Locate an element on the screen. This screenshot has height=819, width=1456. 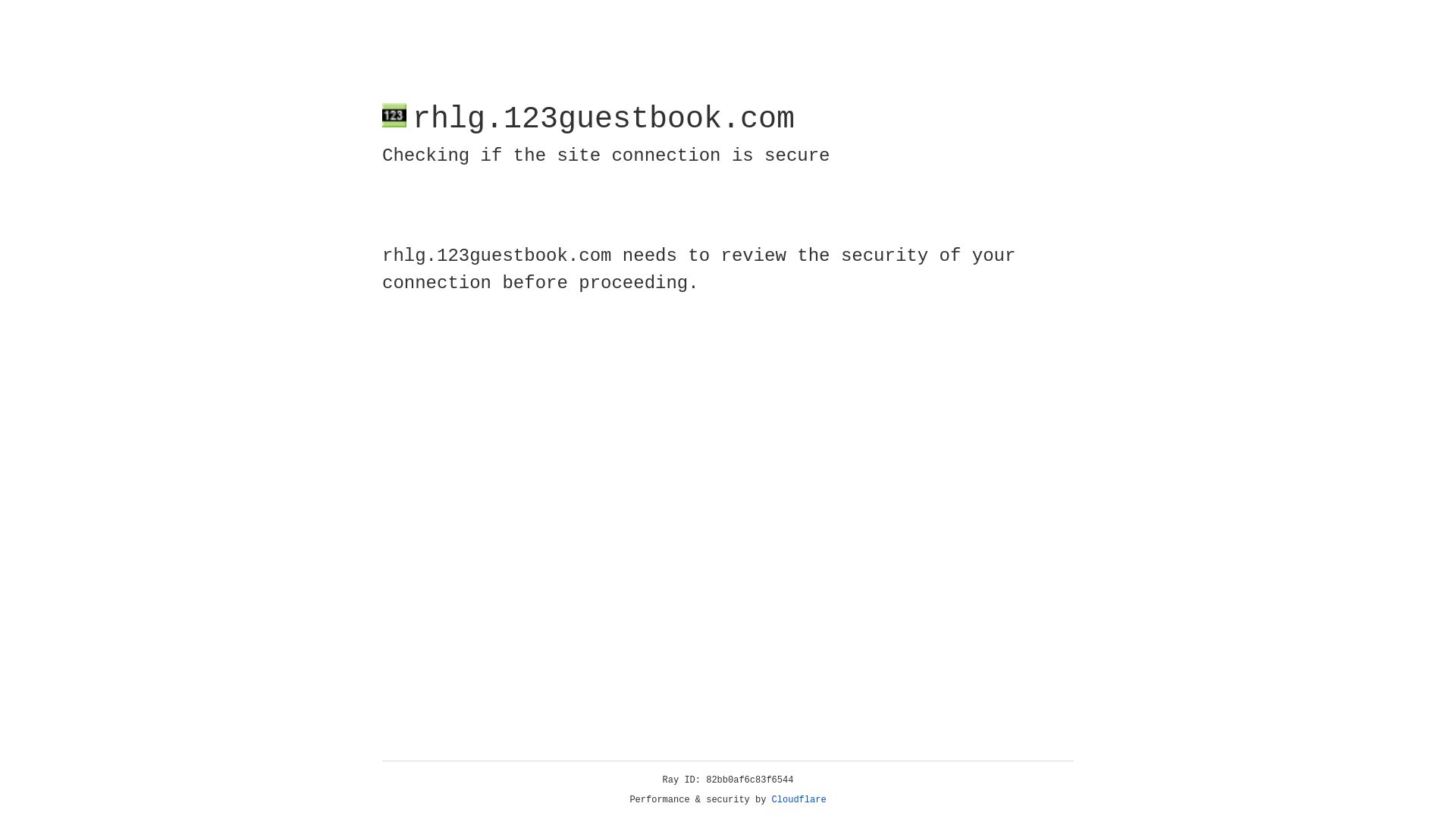
'Cloudflare' is located at coordinates (799, 799).